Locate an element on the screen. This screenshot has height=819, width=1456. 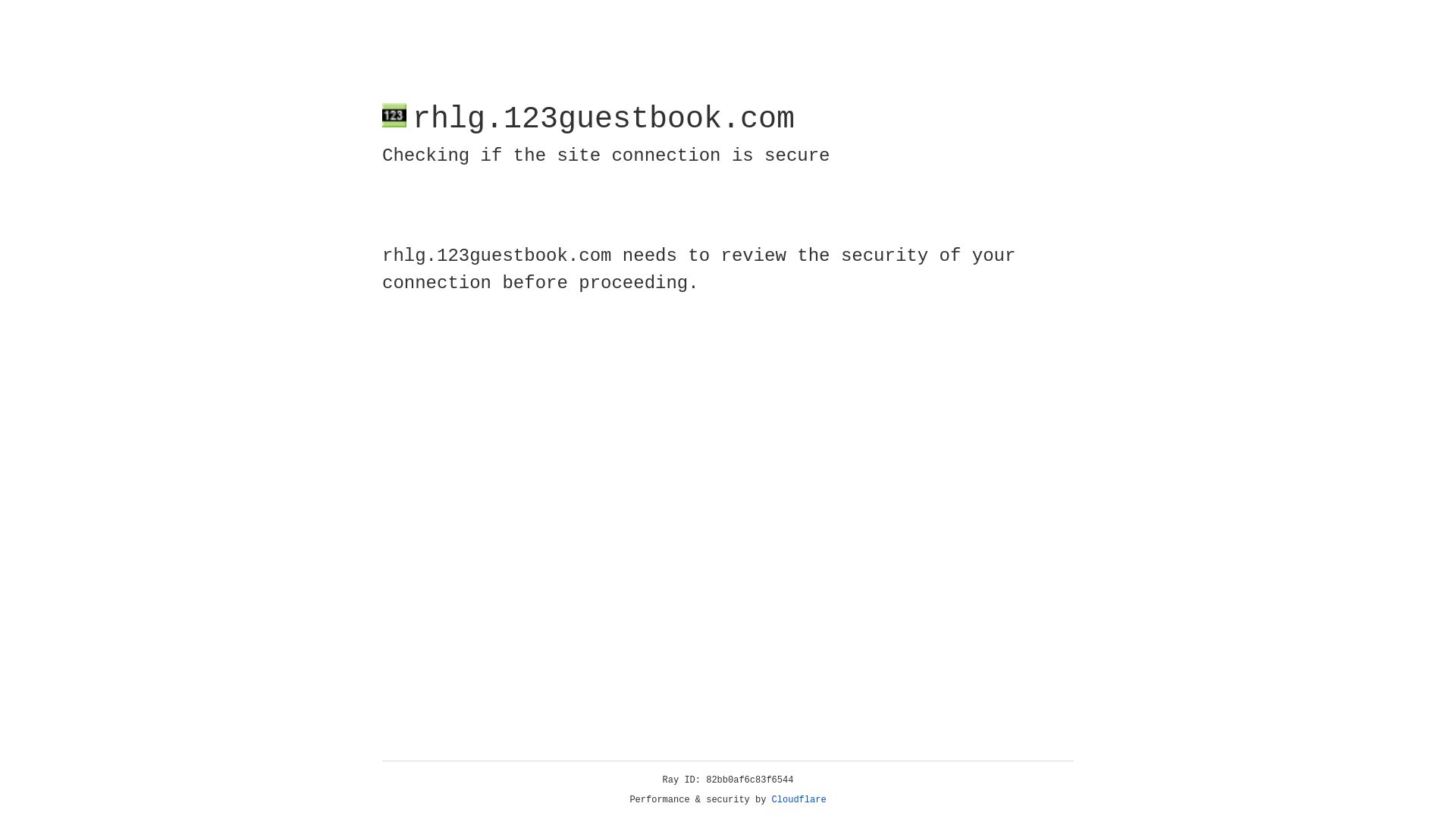
'Cloudflare' is located at coordinates (799, 799).